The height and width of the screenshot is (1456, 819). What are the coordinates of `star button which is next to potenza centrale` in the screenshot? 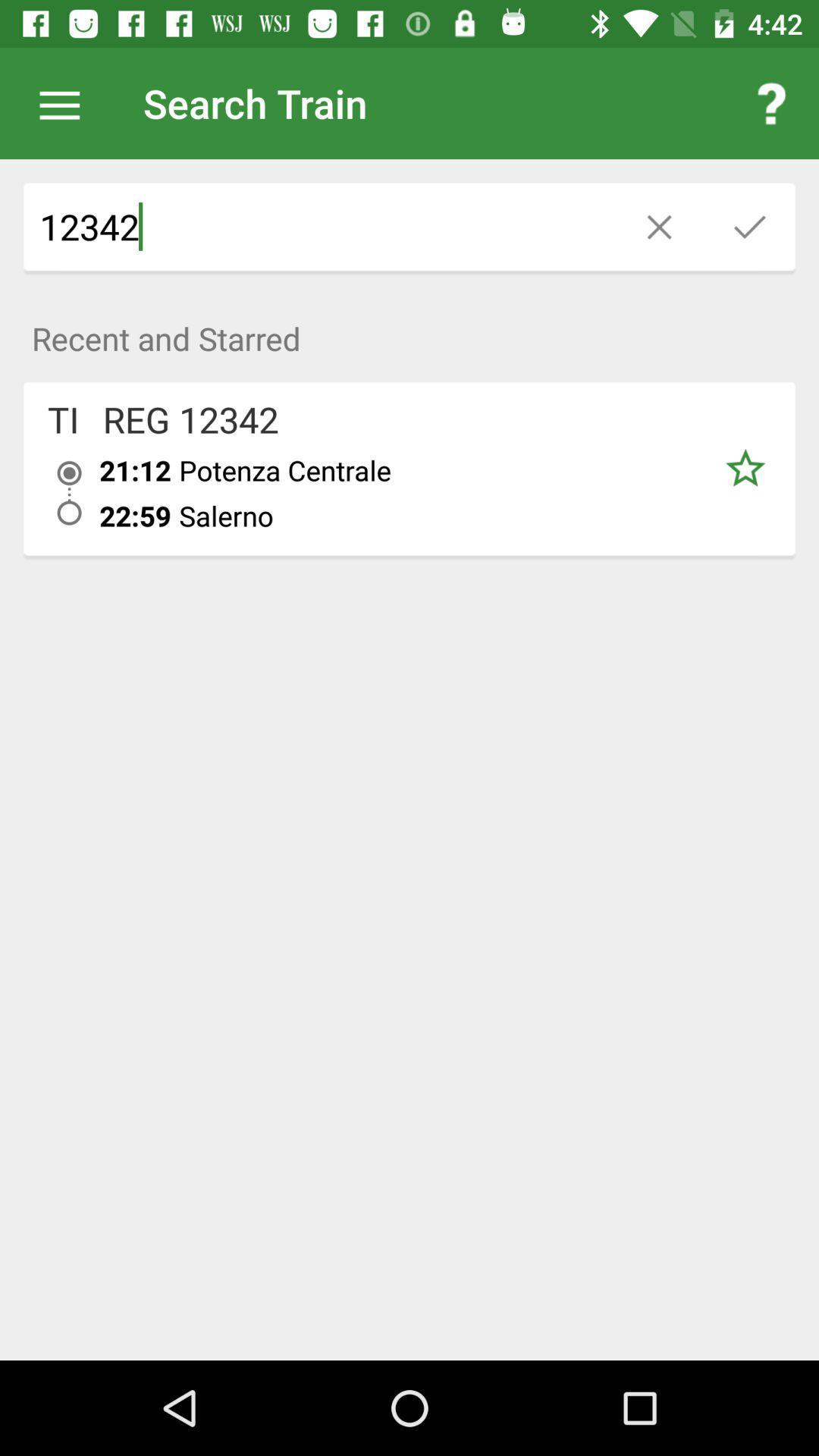 It's located at (745, 468).